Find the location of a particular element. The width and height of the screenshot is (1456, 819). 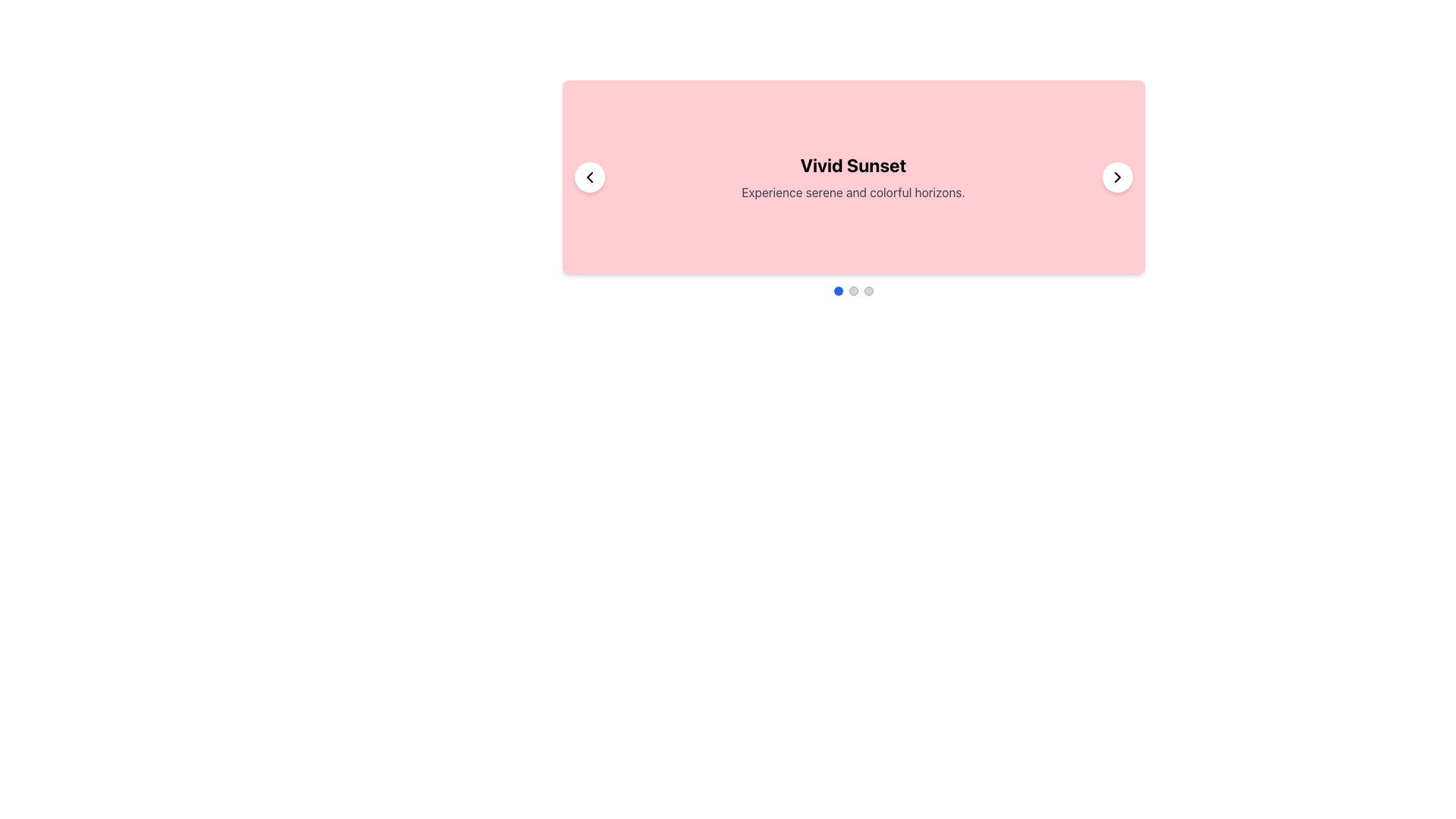

the left navigation arrow icon located within a circular element on the left side of the pink card is located at coordinates (588, 177).